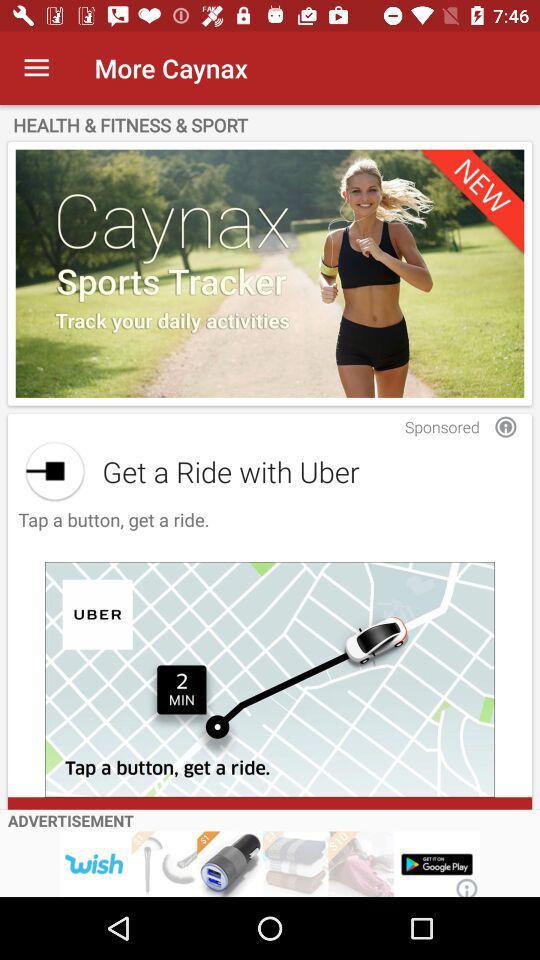 This screenshot has width=540, height=960. What do you see at coordinates (111, 529) in the screenshot?
I see `the text tap a button get a ride` at bounding box center [111, 529].